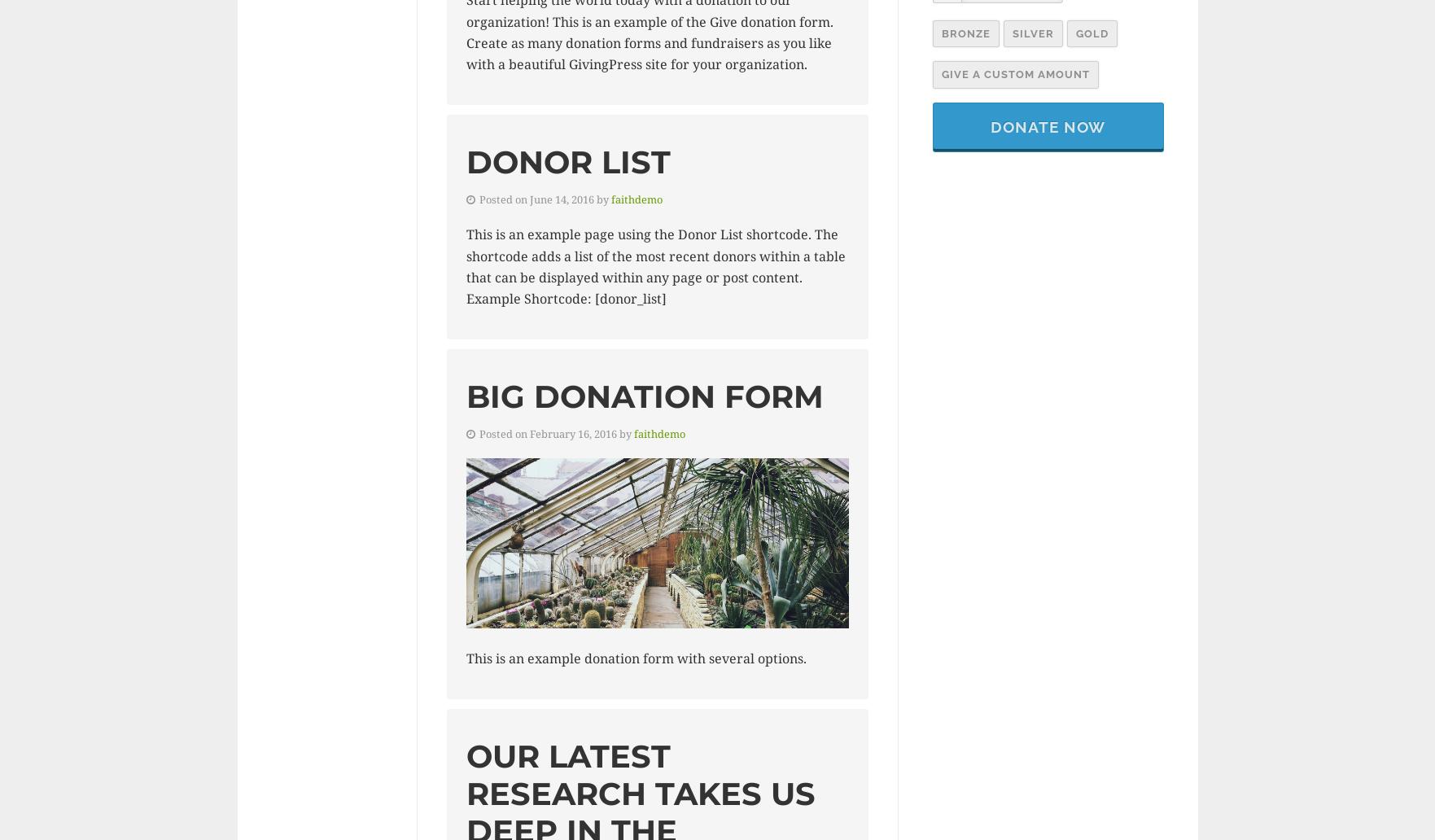  I want to click on 'Gold', so click(1090, 33).